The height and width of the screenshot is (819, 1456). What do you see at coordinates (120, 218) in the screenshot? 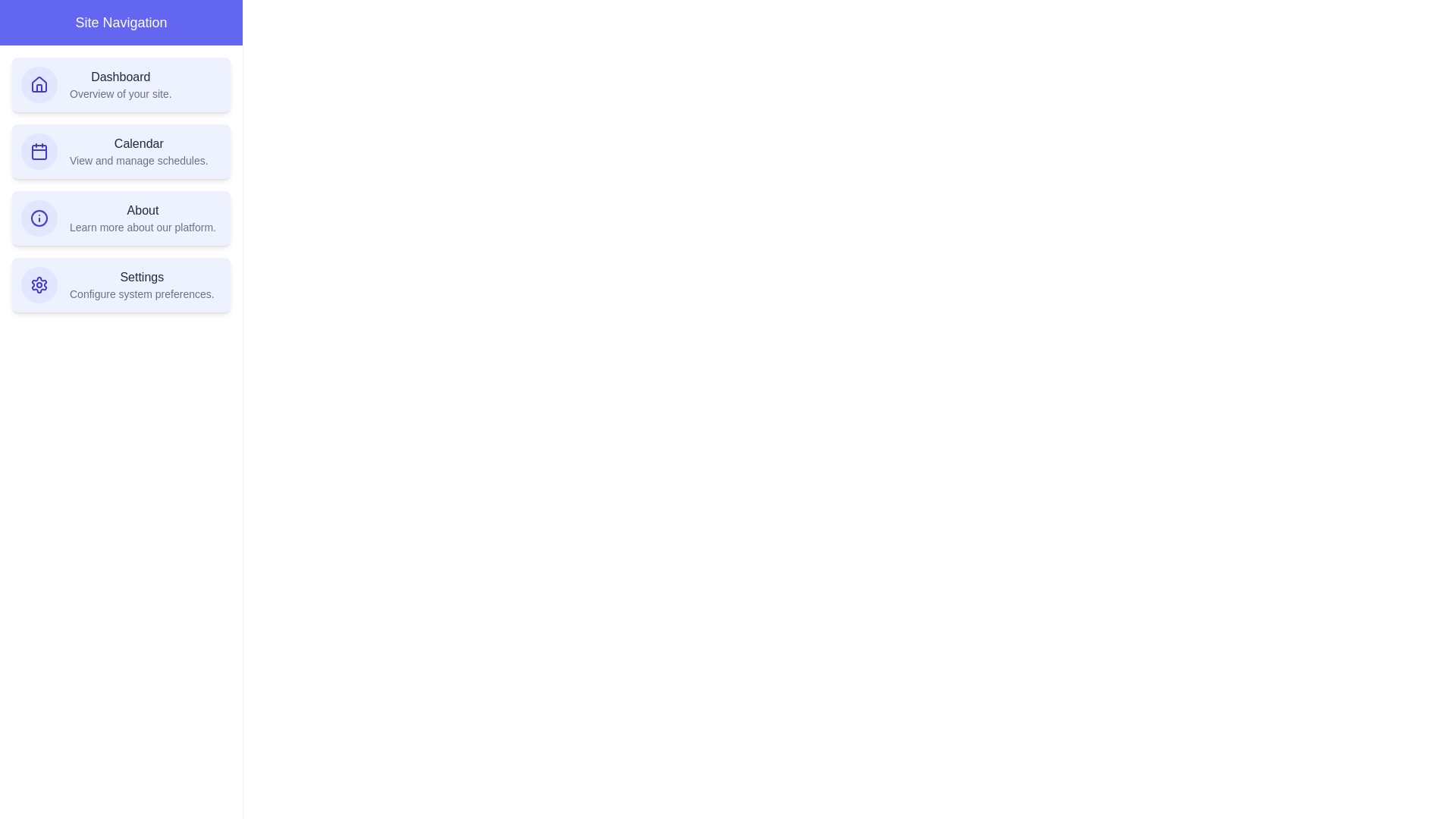
I see `the navigation item About to observe its hover state` at bounding box center [120, 218].